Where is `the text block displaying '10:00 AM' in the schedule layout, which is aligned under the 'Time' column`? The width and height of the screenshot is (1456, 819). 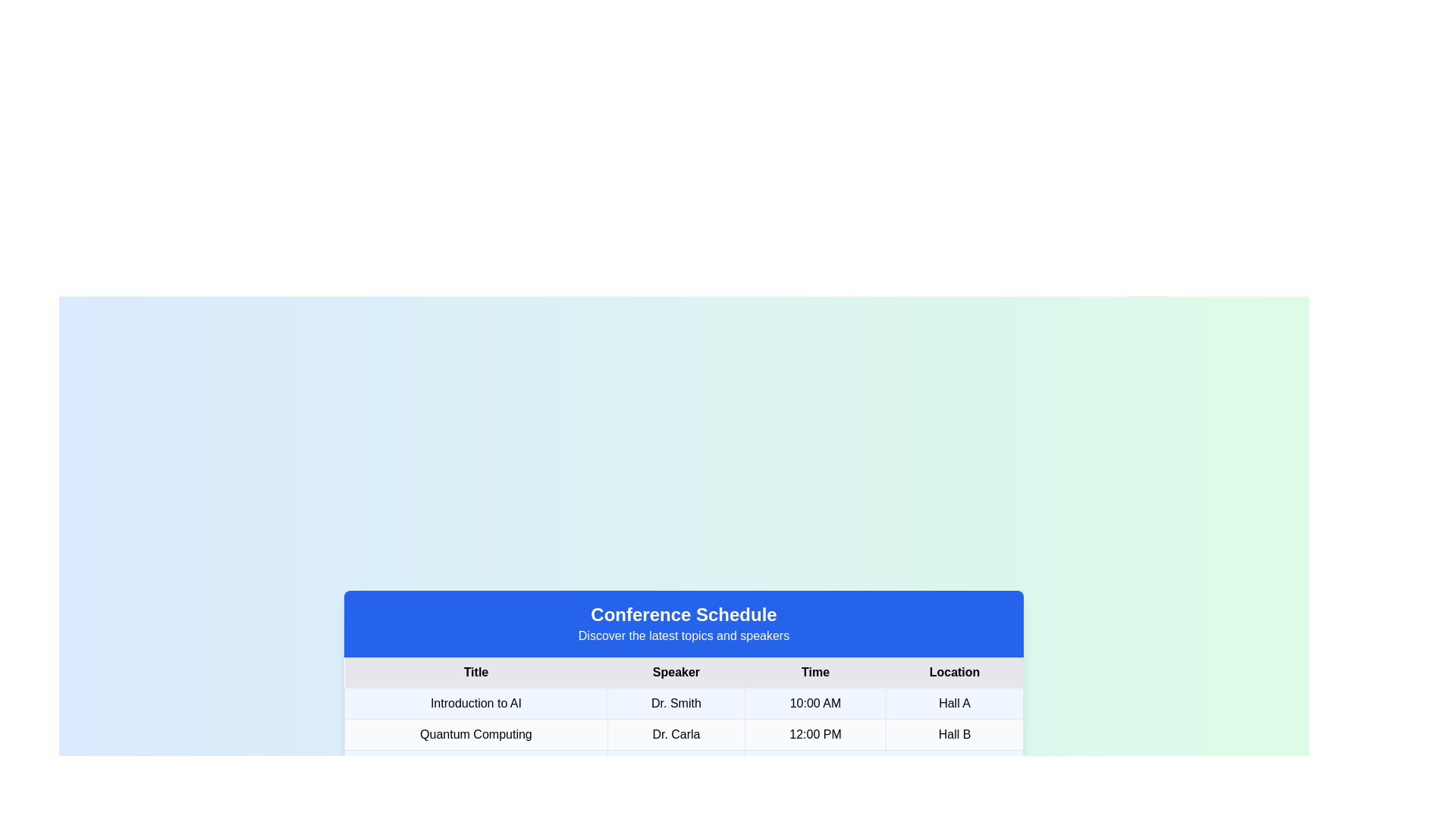 the text block displaying '10:00 AM' in the schedule layout, which is aligned under the 'Time' column is located at coordinates (814, 704).